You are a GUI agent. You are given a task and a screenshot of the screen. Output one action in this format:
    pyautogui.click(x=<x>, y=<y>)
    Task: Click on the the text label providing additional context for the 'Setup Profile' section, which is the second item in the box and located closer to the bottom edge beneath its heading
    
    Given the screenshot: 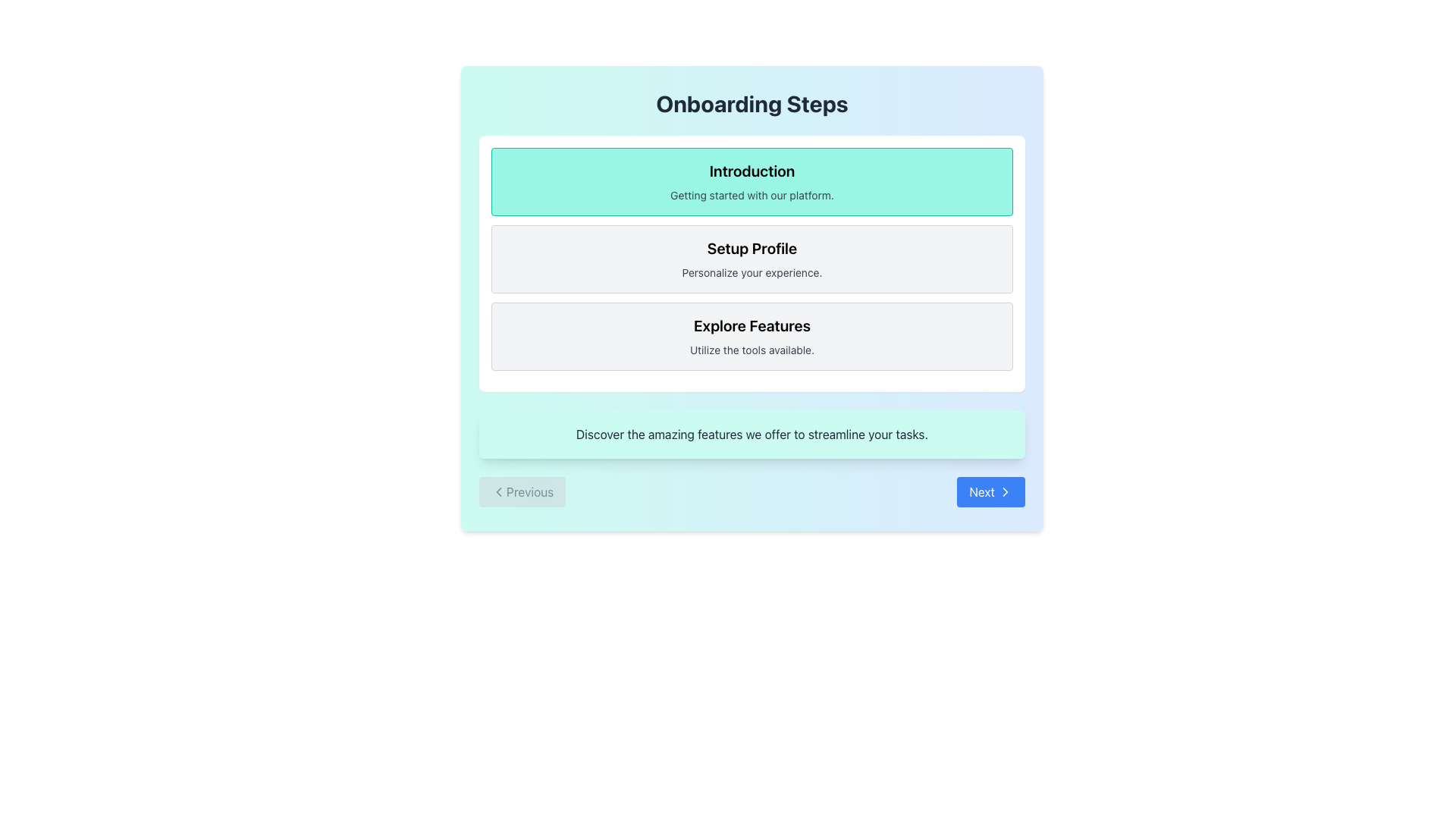 What is the action you would take?
    pyautogui.click(x=752, y=271)
    